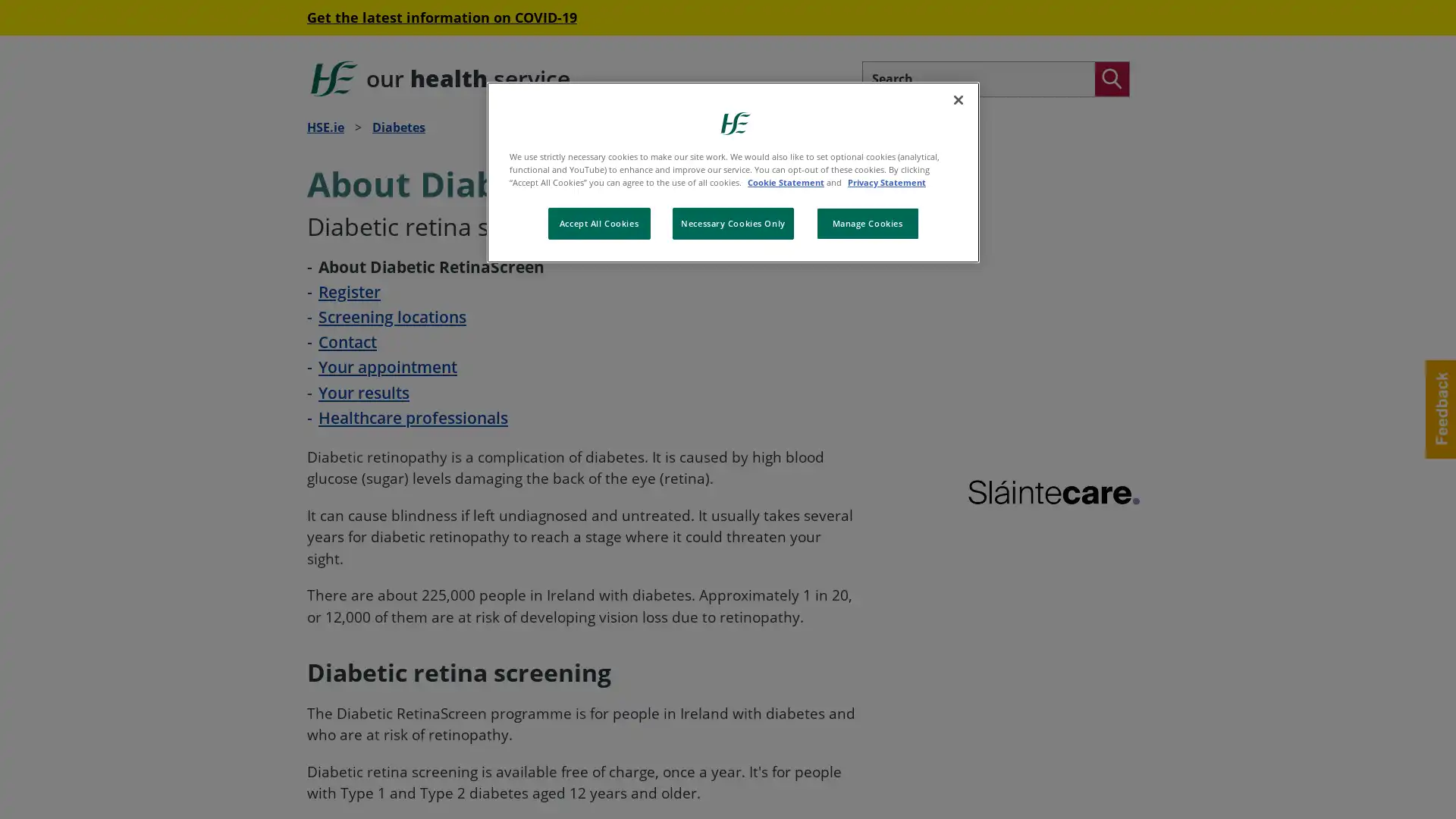  Describe the element at coordinates (733, 223) in the screenshot. I see `Necessary Cookies Only` at that location.